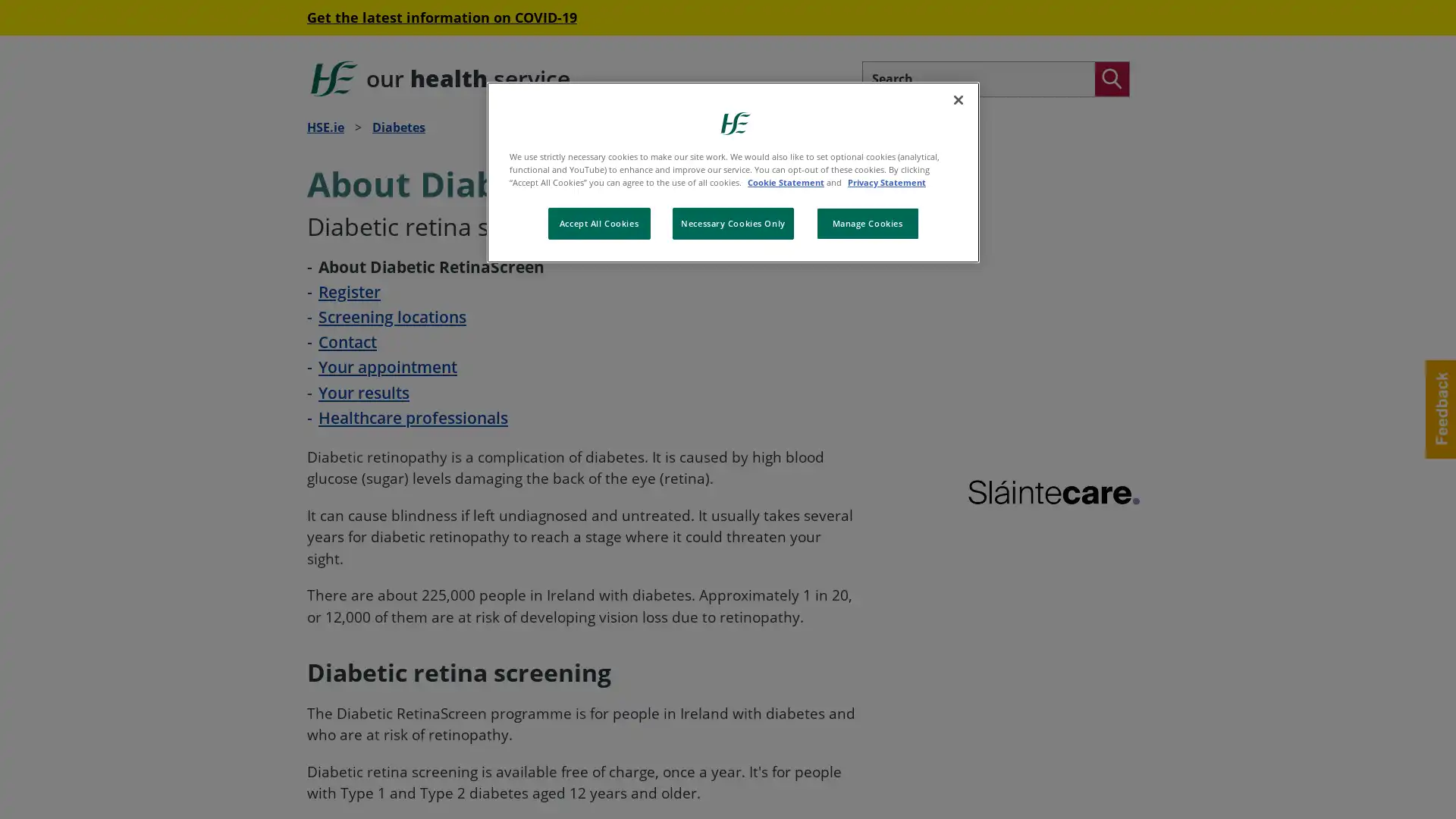  Describe the element at coordinates (733, 223) in the screenshot. I see `Necessary Cookies Only` at that location.